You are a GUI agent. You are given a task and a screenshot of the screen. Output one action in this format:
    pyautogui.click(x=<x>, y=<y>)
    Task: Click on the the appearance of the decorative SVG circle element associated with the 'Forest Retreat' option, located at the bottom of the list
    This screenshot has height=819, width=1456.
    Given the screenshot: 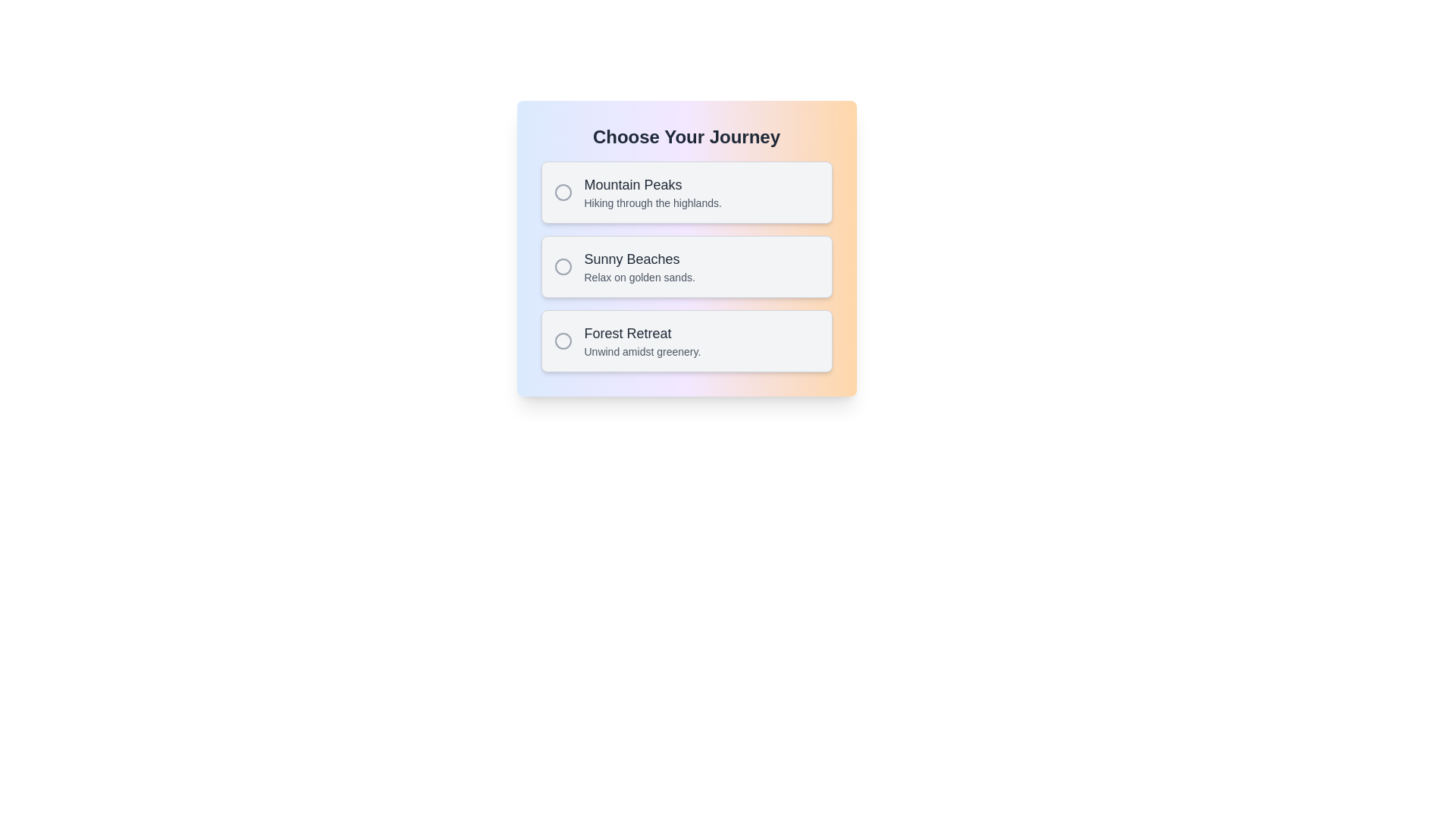 What is the action you would take?
    pyautogui.click(x=562, y=341)
    